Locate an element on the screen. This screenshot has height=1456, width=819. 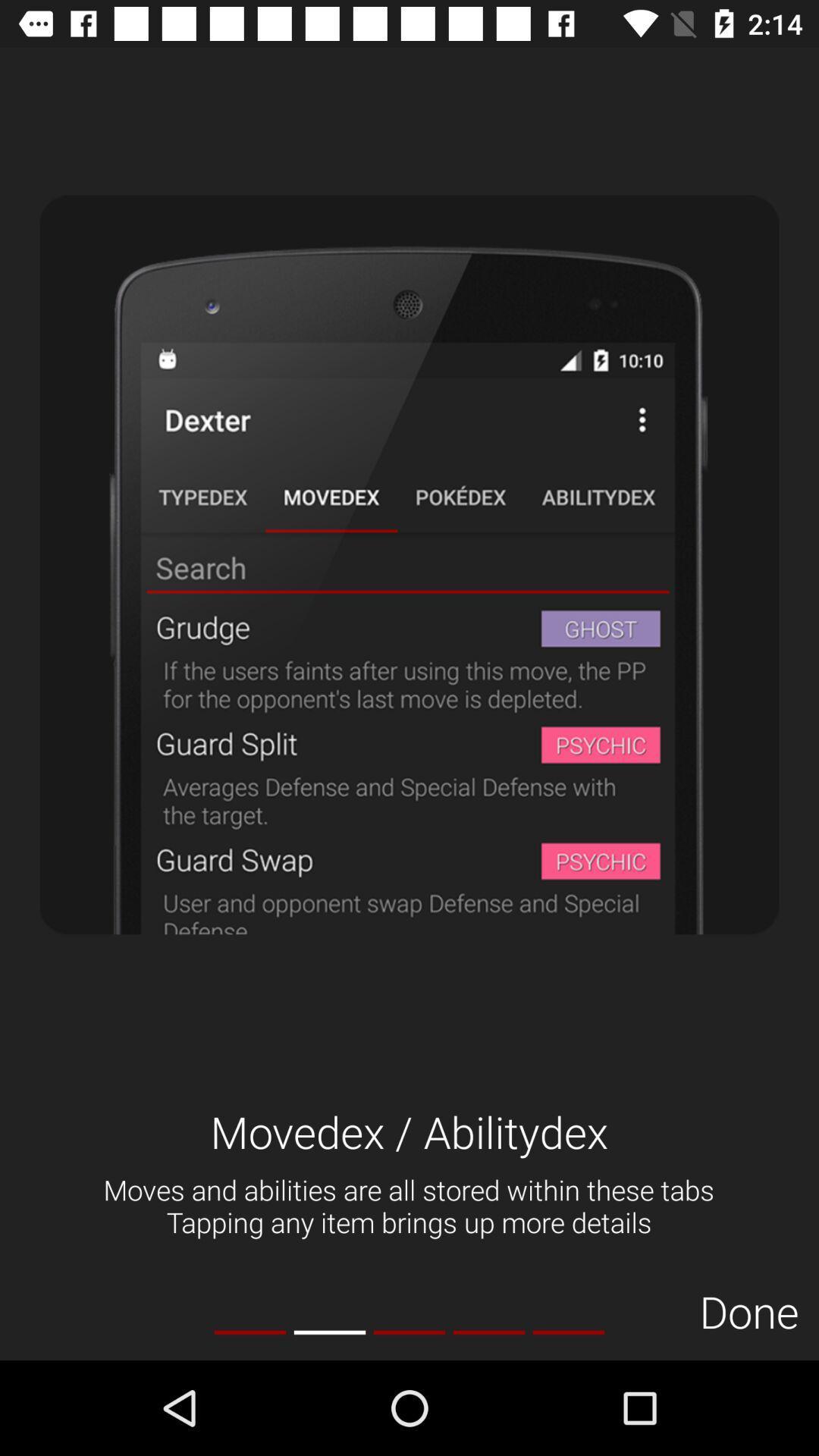
the item below moves and abilities is located at coordinates (329, 1332).